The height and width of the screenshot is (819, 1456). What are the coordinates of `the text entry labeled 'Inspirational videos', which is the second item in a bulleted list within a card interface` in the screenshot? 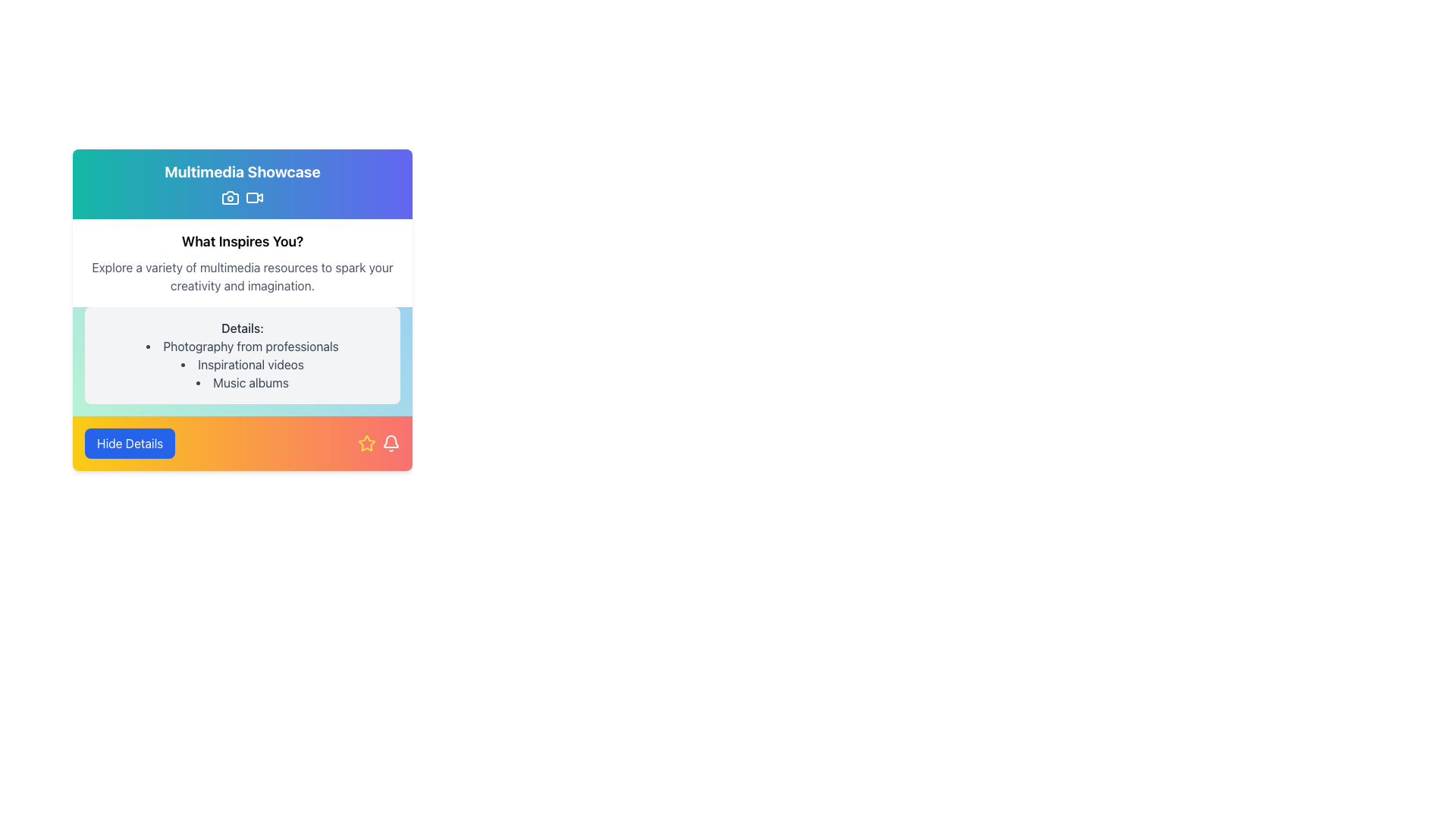 It's located at (243, 365).